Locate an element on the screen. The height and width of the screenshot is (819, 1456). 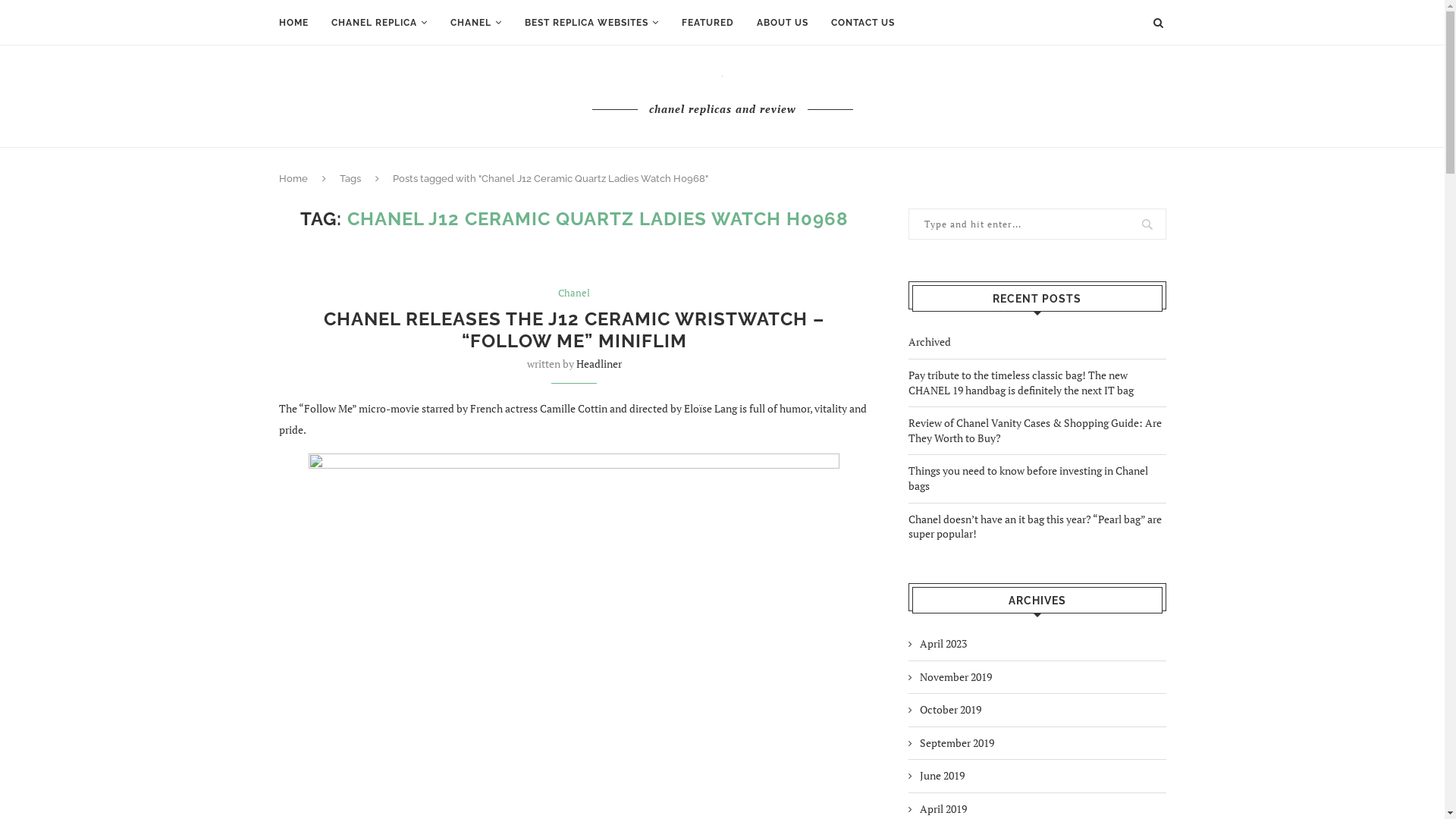
'CONTACT US' is located at coordinates (830, 23).